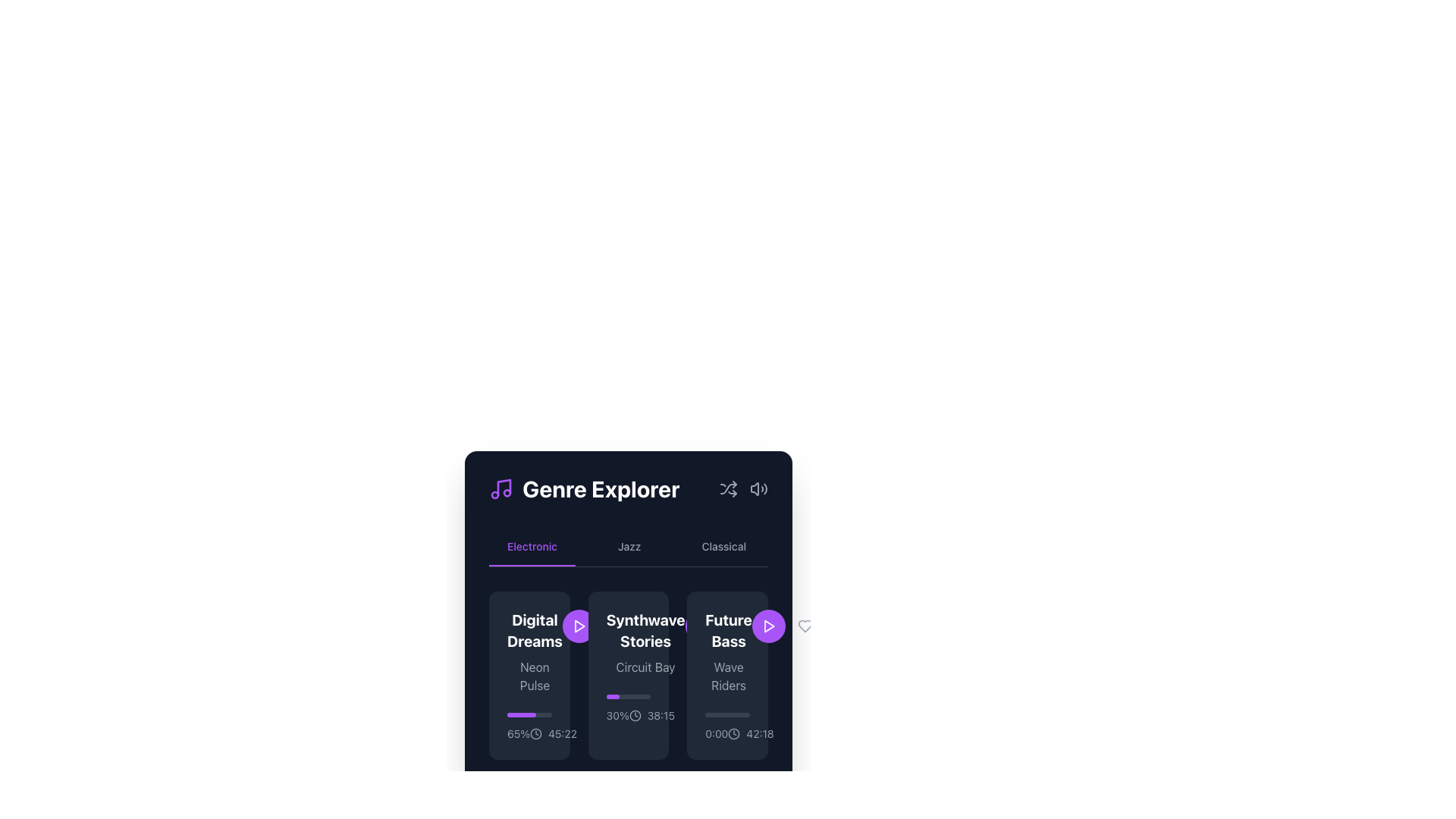 The width and height of the screenshot is (1456, 819). What do you see at coordinates (532, 547) in the screenshot?
I see `the first interactive text label in the navigation menu` at bounding box center [532, 547].